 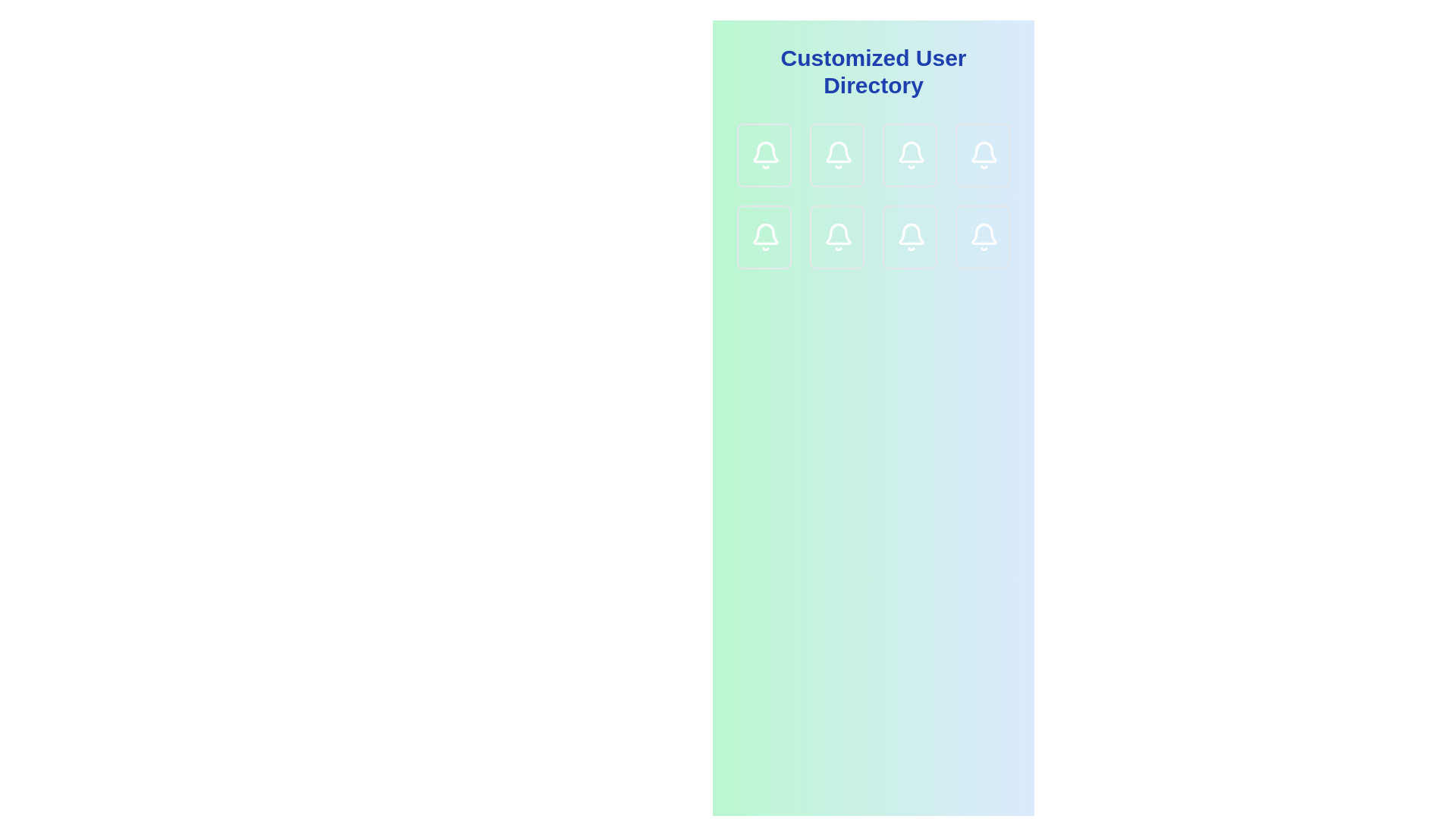 What do you see at coordinates (765, 155) in the screenshot?
I see `the bell-shaped notification icon located at the top-left corner of the grid structure in the interface` at bounding box center [765, 155].